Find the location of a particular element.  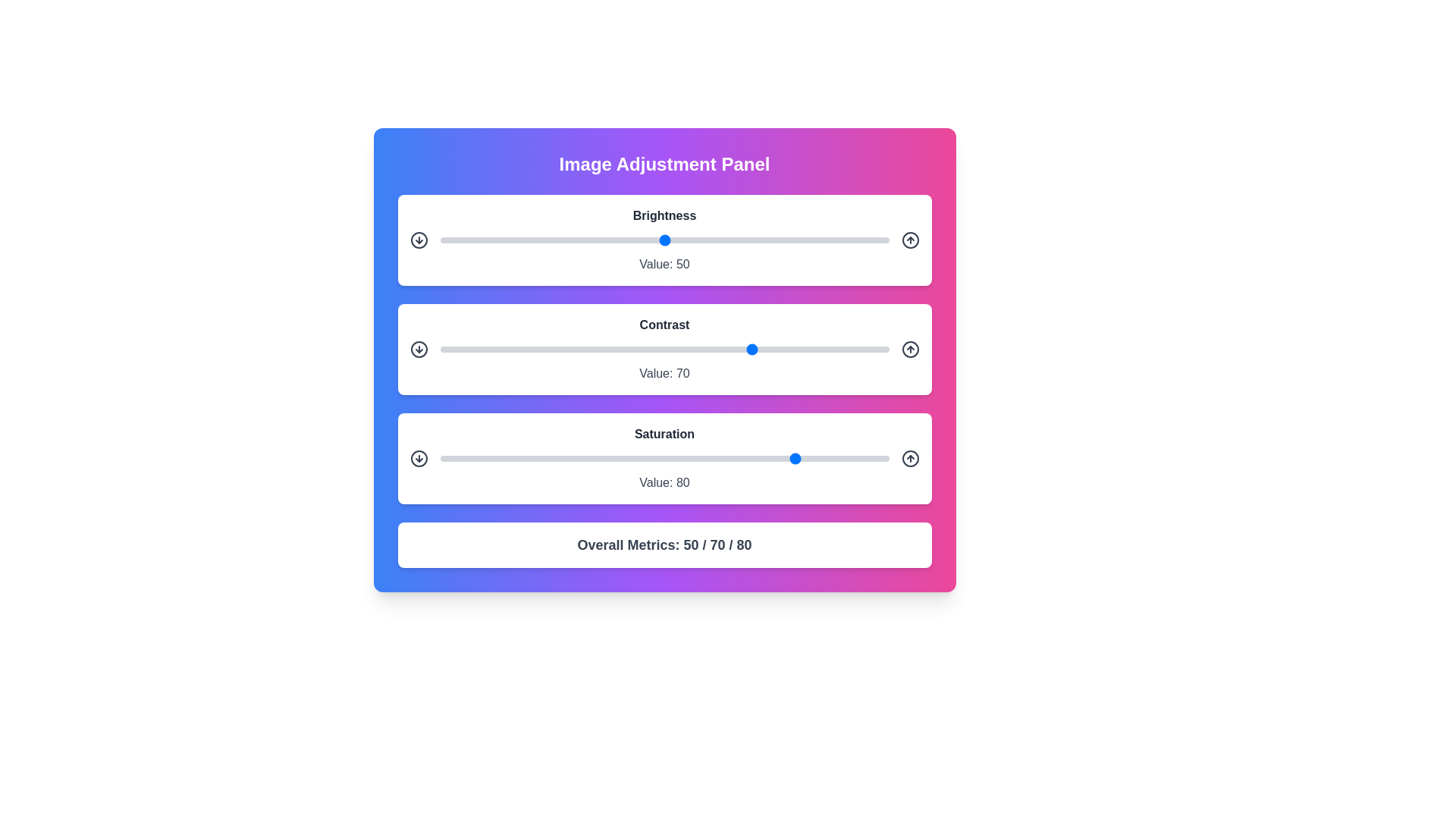

saturation is located at coordinates (758, 458).